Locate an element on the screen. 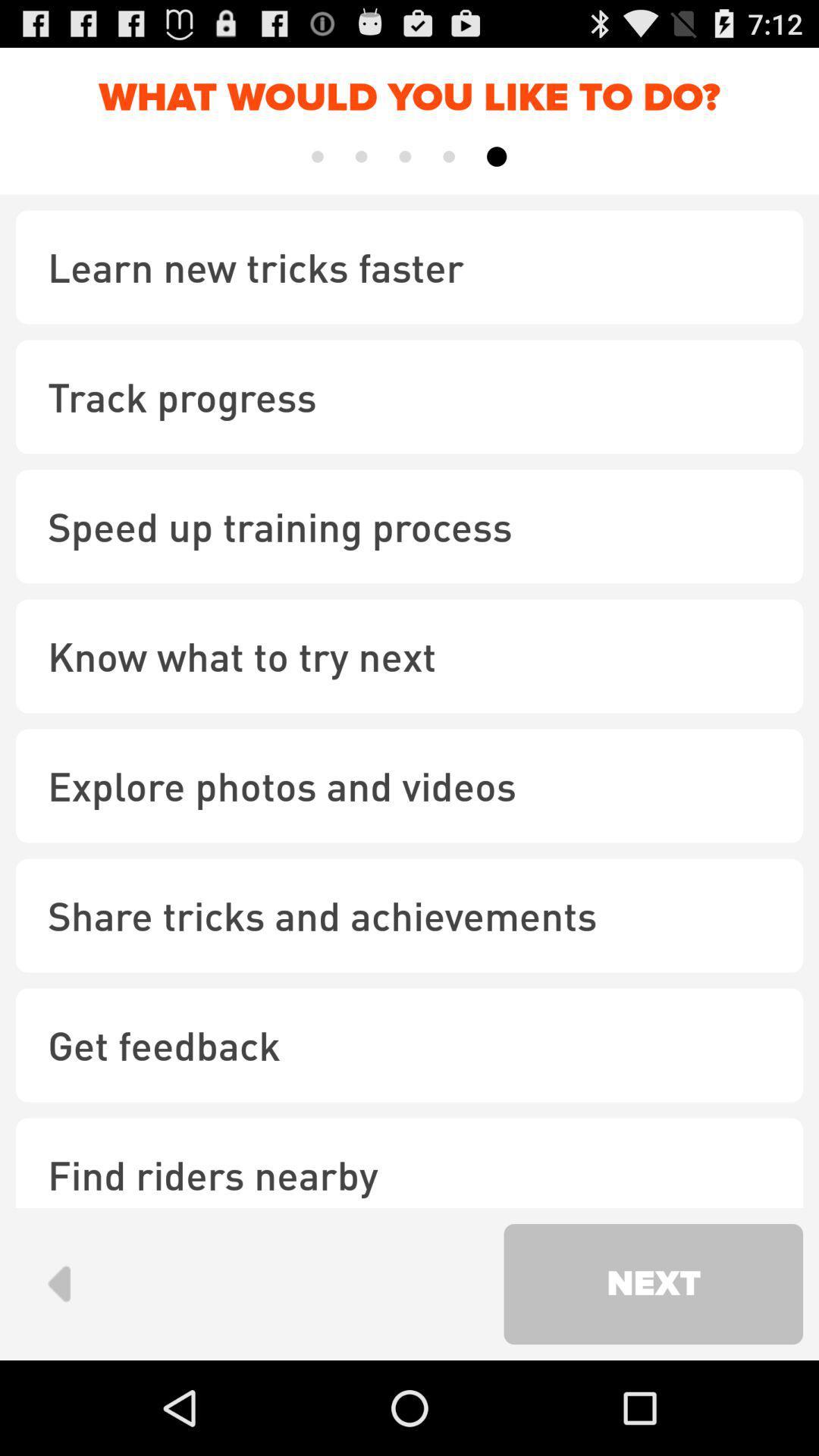 Image resolution: width=819 pixels, height=1456 pixels. icon above track progress is located at coordinates (409, 267).